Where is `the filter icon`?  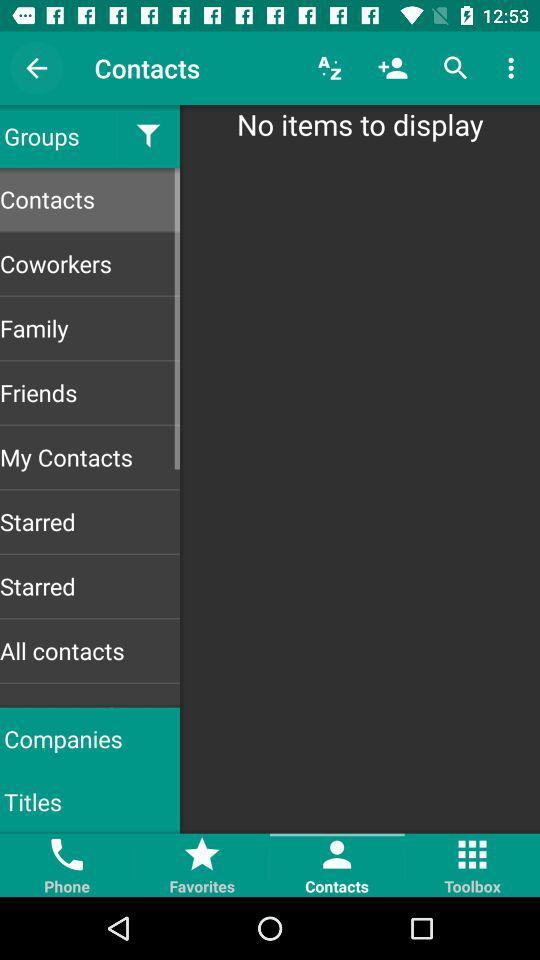
the filter icon is located at coordinates (147, 135).